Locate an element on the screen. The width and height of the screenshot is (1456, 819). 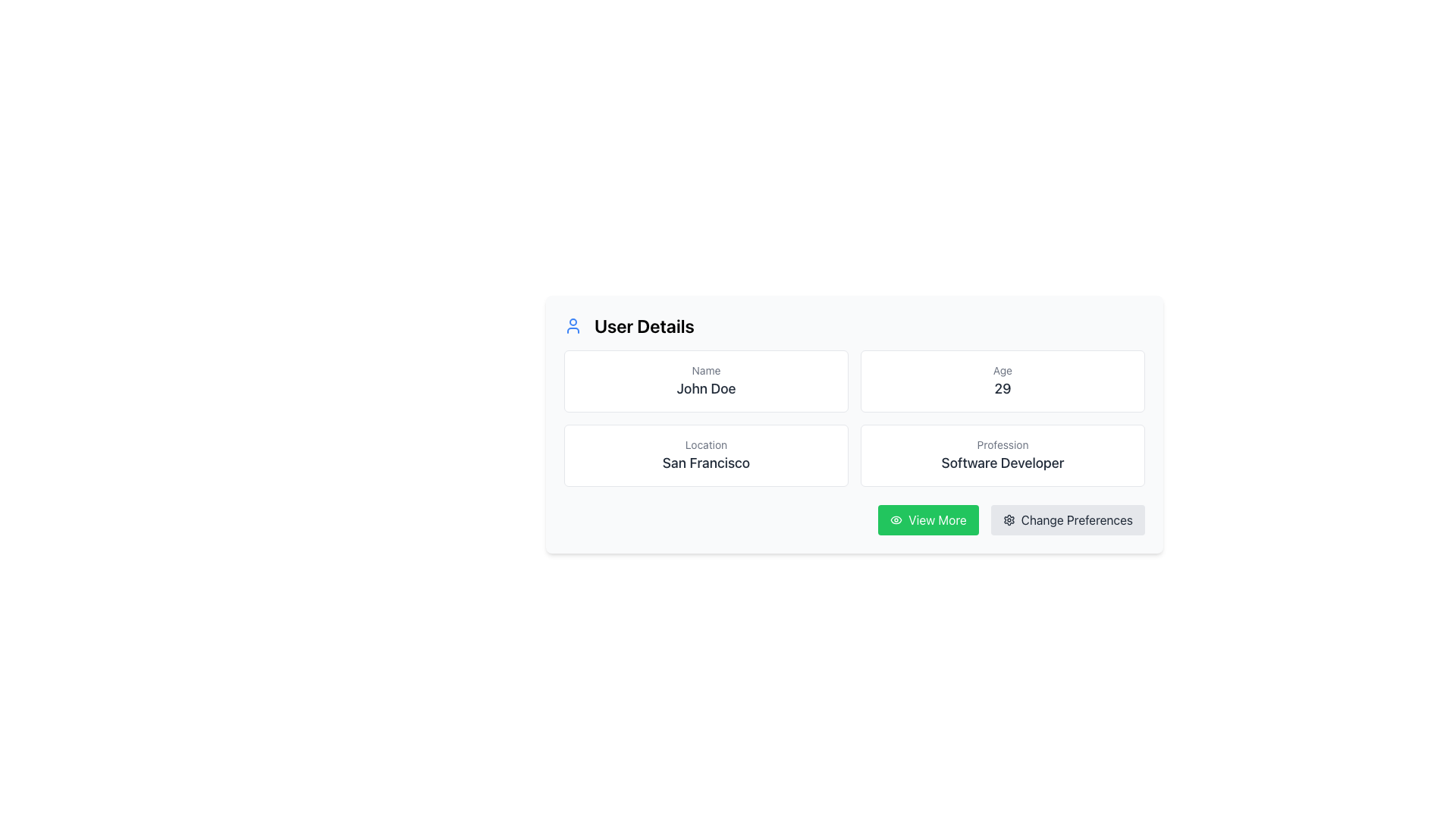
the static text label displaying the age value, which is located within the 'Age' card in the top-right of the grid of four cards is located at coordinates (1003, 388).